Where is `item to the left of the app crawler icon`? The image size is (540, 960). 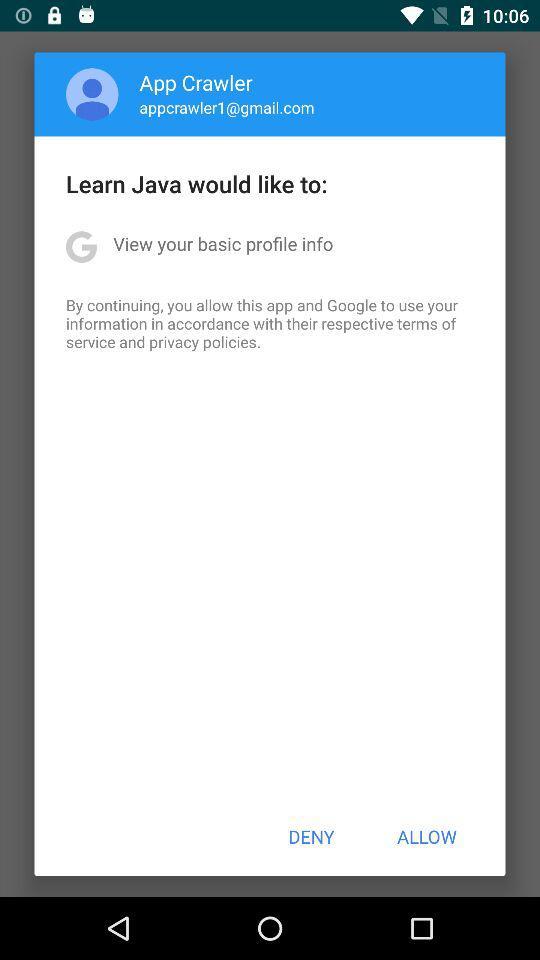 item to the left of the app crawler icon is located at coordinates (91, 94).